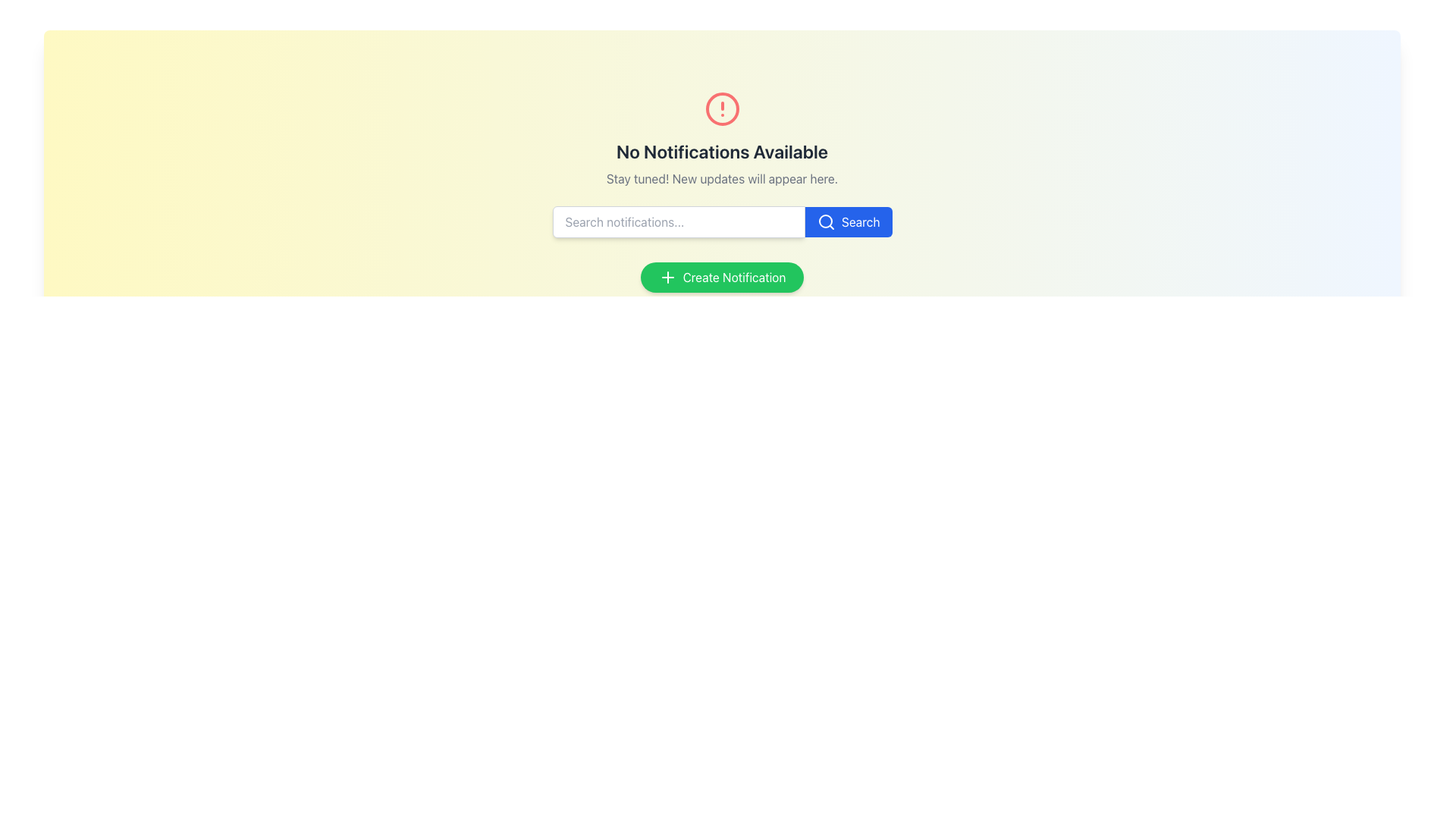  What do you see at coordinates (825, 222) in the screenshot?
I see `the search icon located inside the blue rectangular button labeled 'Search'` at bounding box center [825, 222].